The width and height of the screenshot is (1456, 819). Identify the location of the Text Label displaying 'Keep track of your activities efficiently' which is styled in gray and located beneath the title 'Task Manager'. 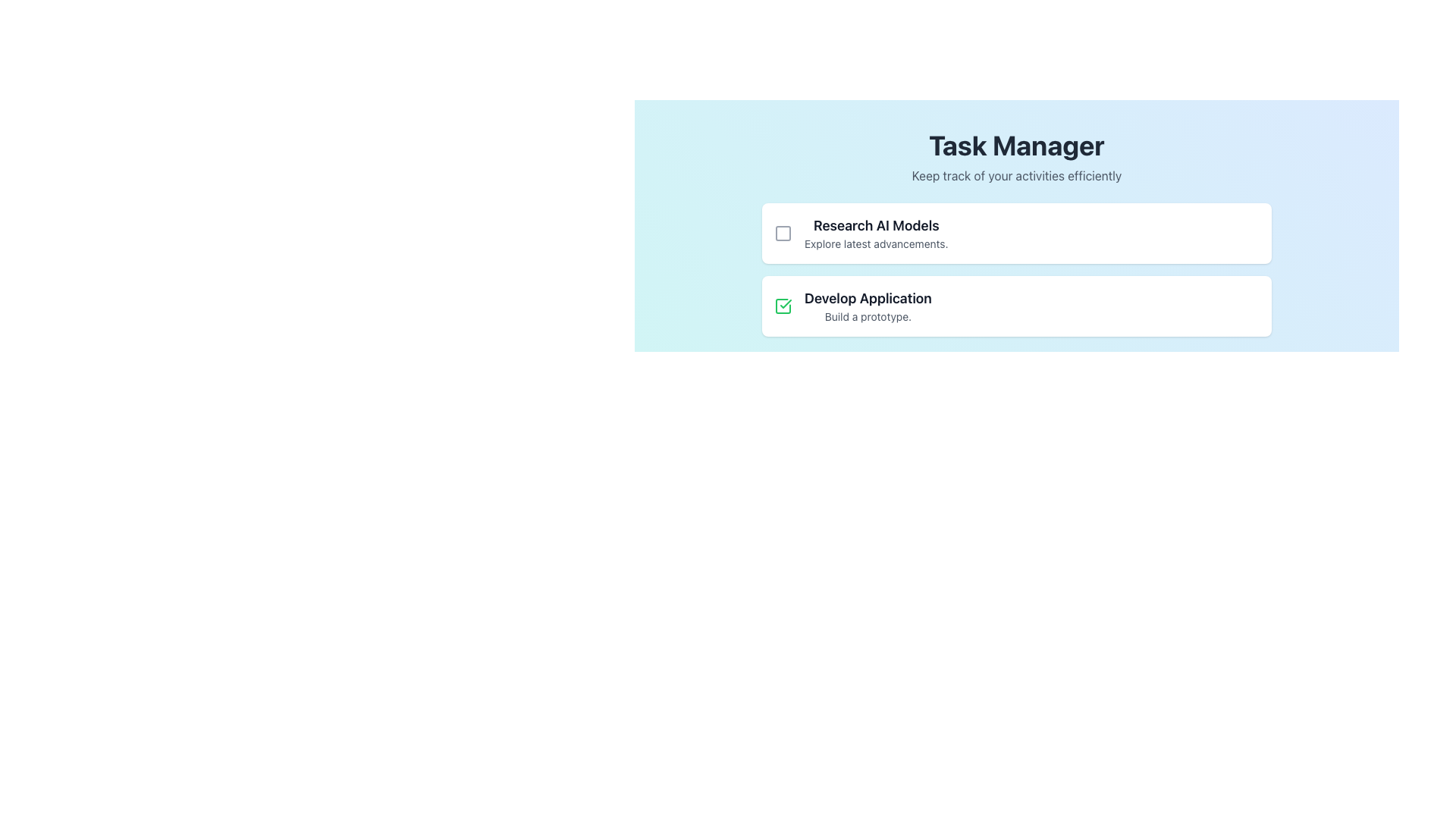
(1016, 174).